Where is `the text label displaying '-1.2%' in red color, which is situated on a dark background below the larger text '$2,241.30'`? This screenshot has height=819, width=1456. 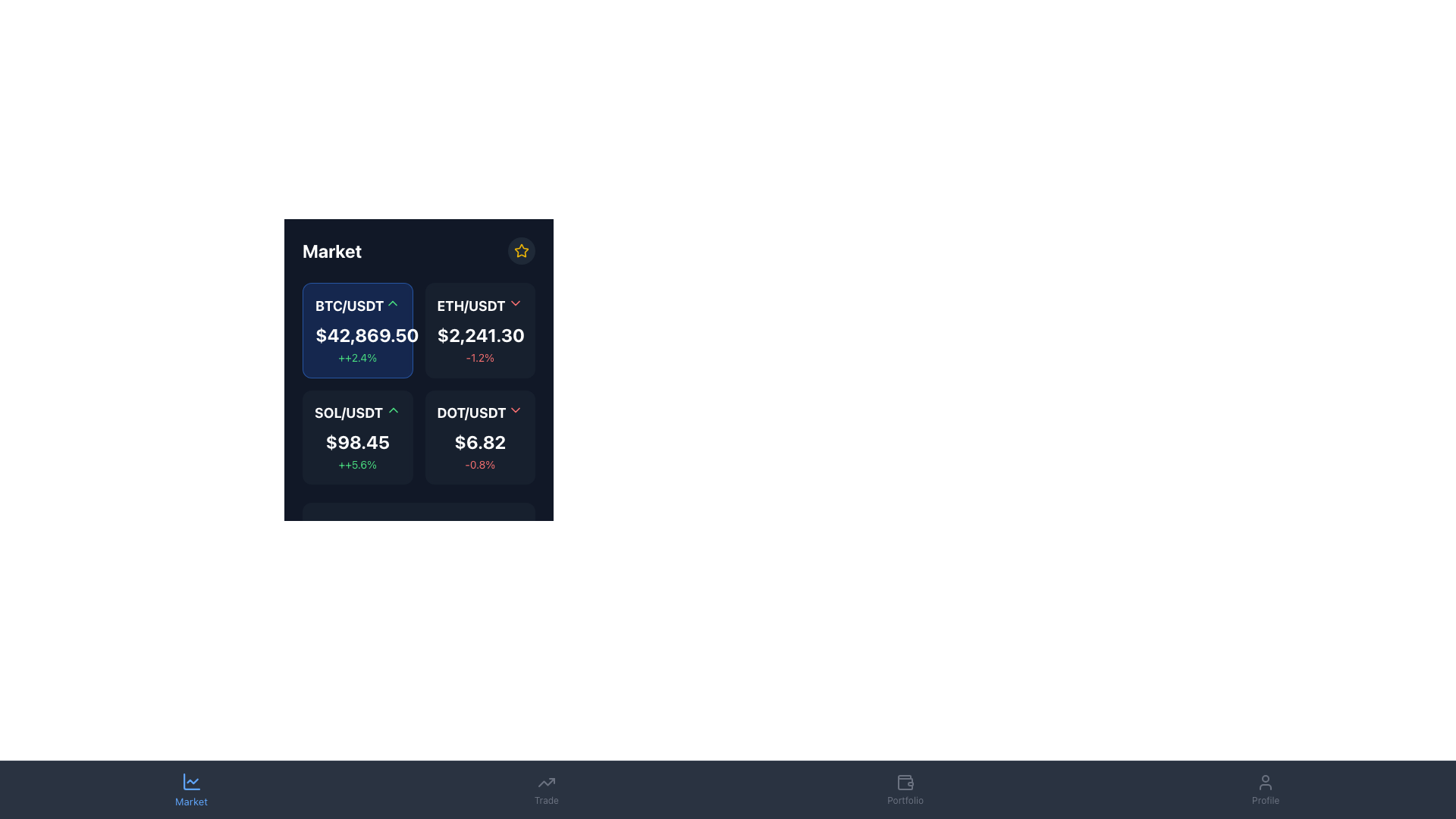
the text label displaying '-1.2%' in red color, which is situated on a dark background below the larger text '$2,241.30' is located at coordinates (479, 357).